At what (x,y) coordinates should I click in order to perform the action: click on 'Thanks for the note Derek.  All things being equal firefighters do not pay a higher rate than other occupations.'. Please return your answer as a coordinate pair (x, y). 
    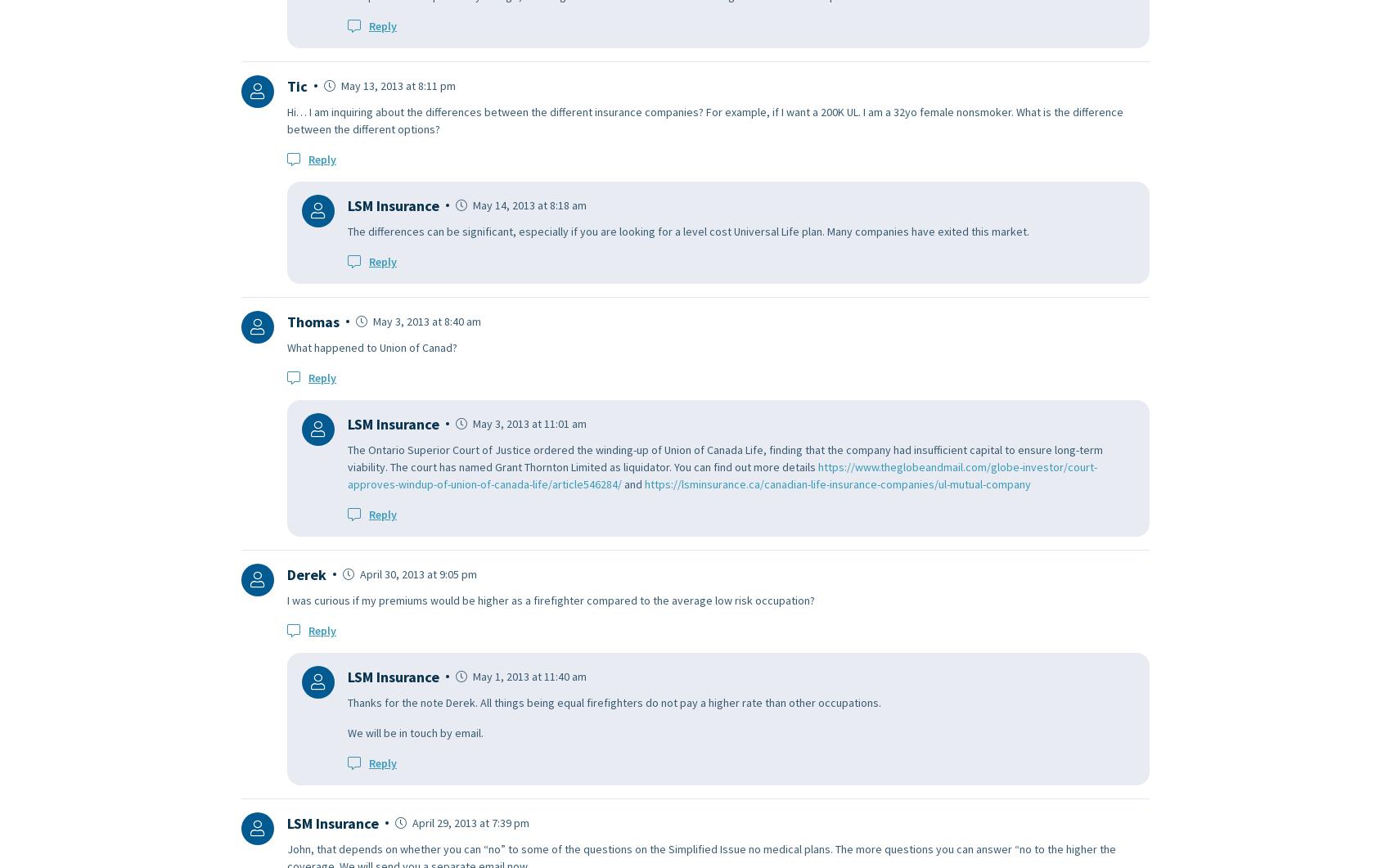
    Looking at the image, I should click on (614, 702).